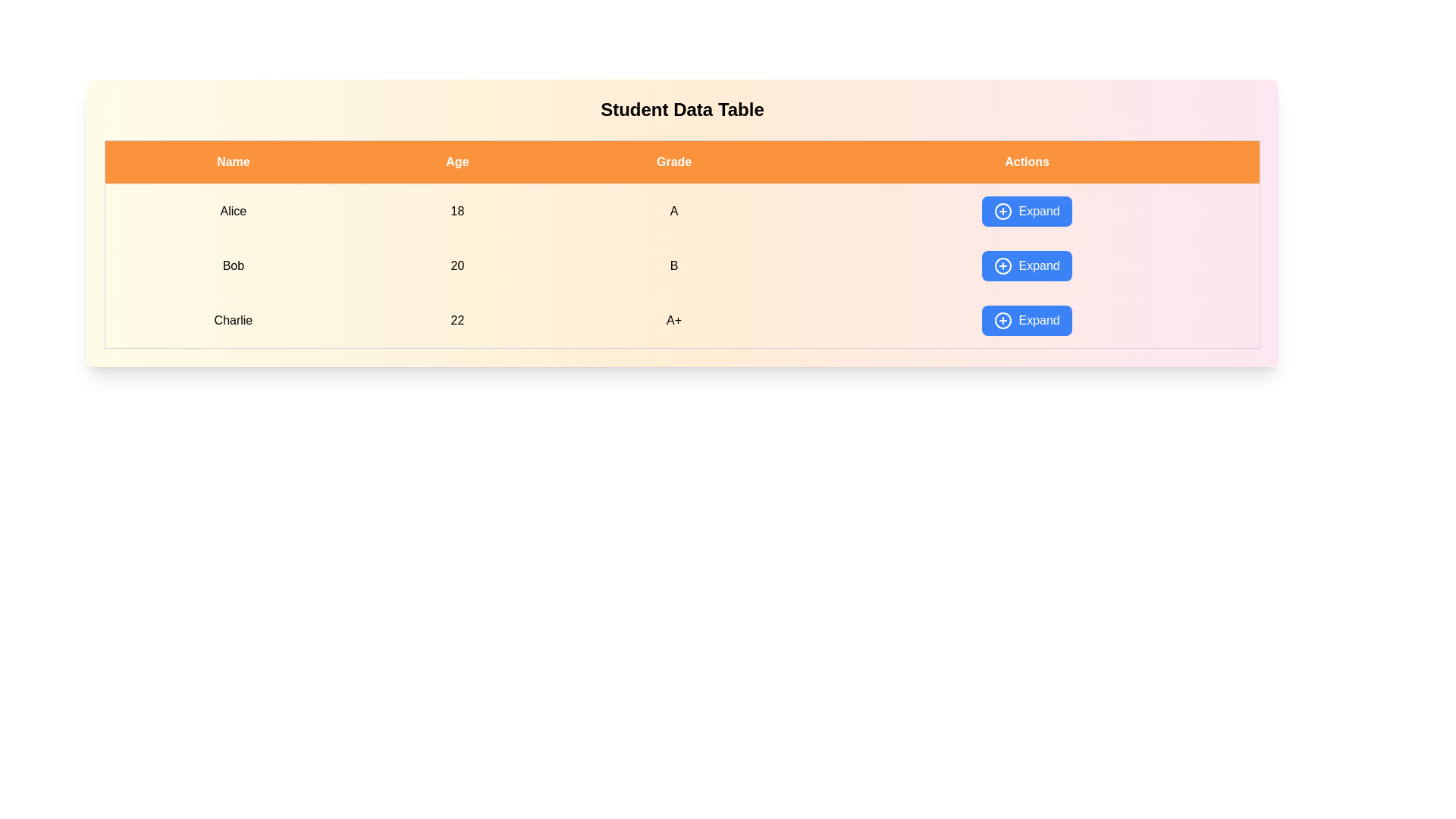  I want to click on the circular icon with a plus symbol (+) inside, located in the last 'Expand' button of the 'Actions' column for the student named 'Charlie', so click(1003, 320).